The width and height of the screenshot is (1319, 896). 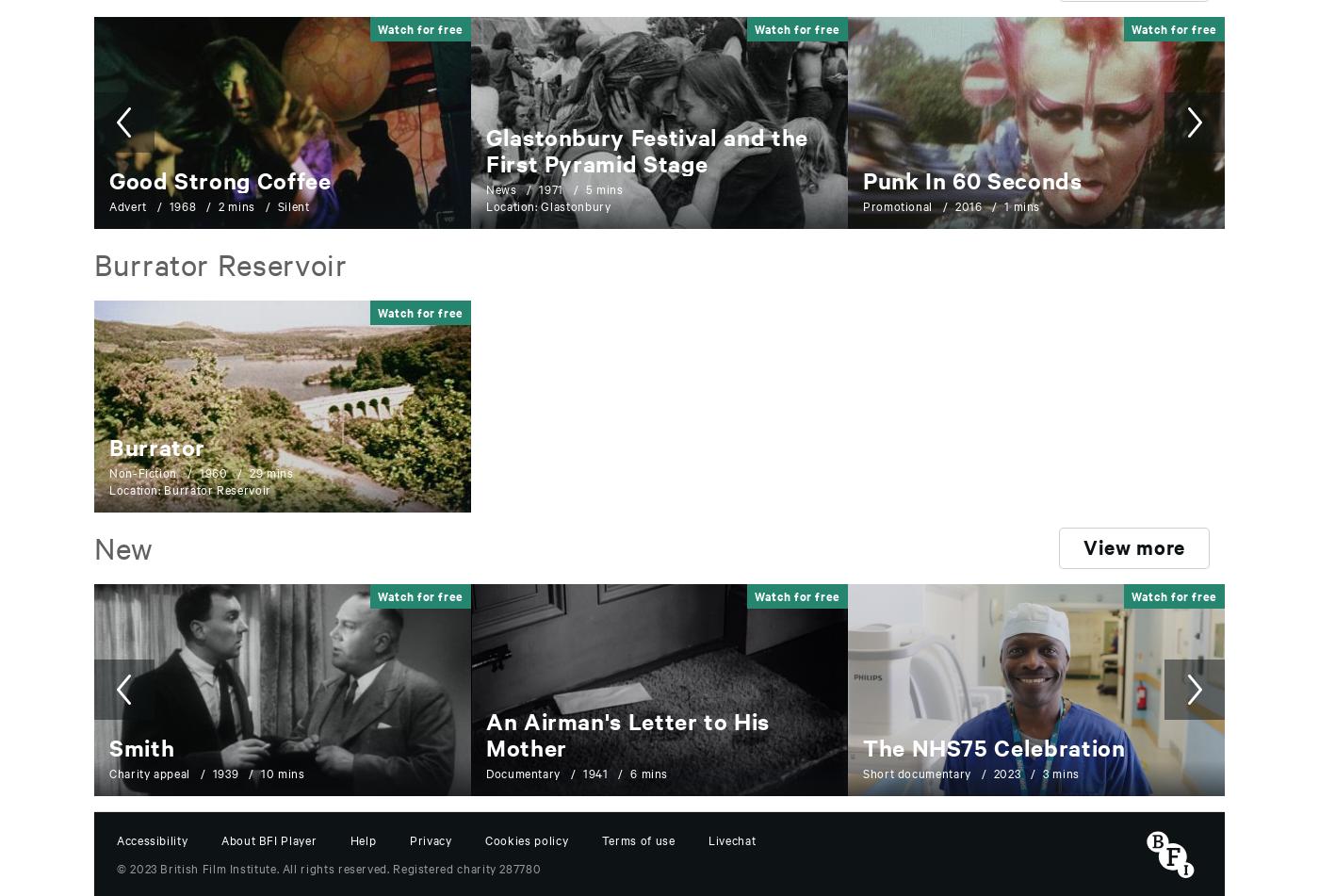 What do you see at coordinates (350, 838) in the screenshot?
I see `'Help'` at bounding box center [350, 838].